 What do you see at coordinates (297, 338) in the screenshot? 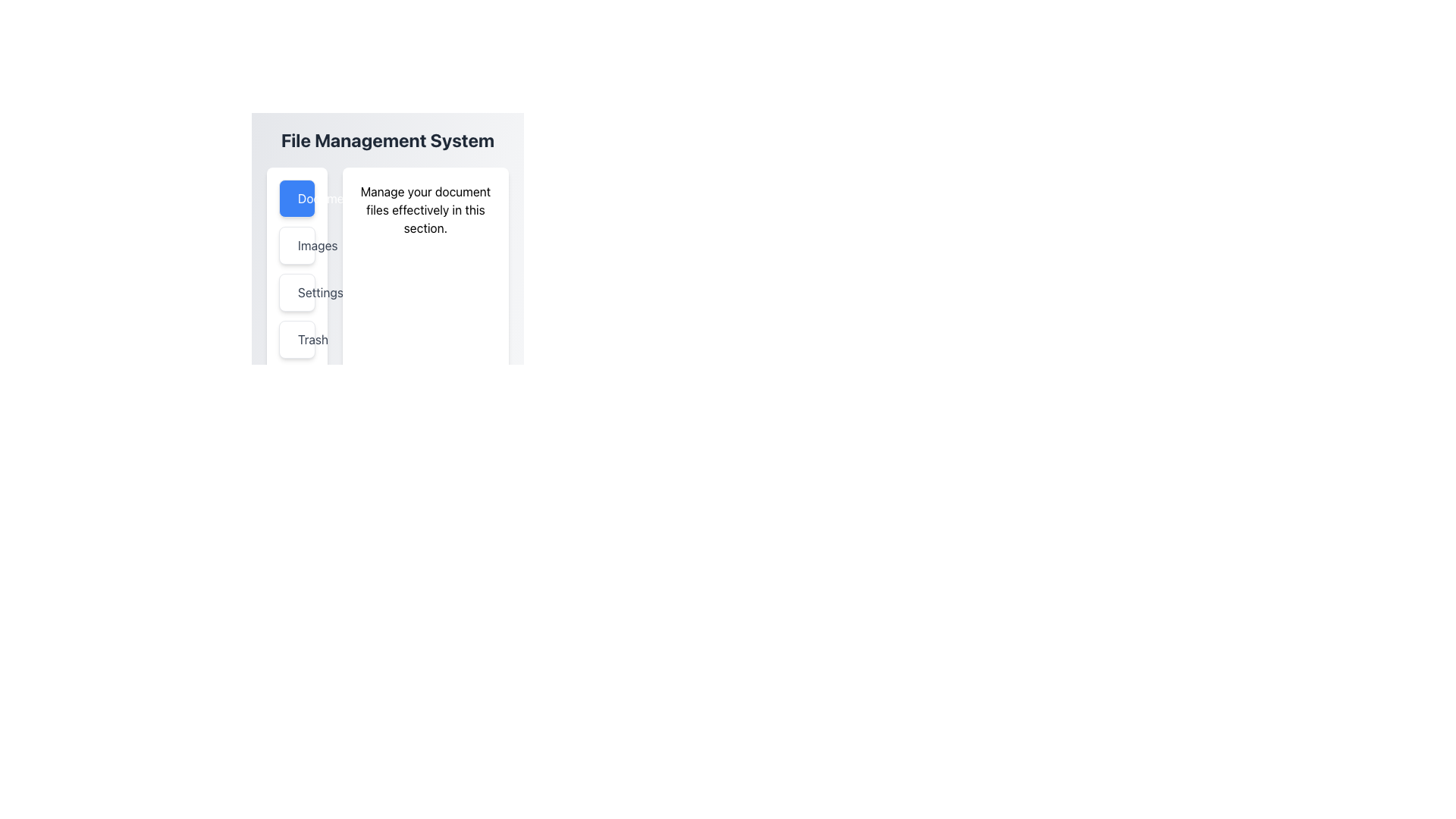
I see `the 'Trash' button, which is the fourth button under the 'File Management System' heading` at bounding box center [297, 338].